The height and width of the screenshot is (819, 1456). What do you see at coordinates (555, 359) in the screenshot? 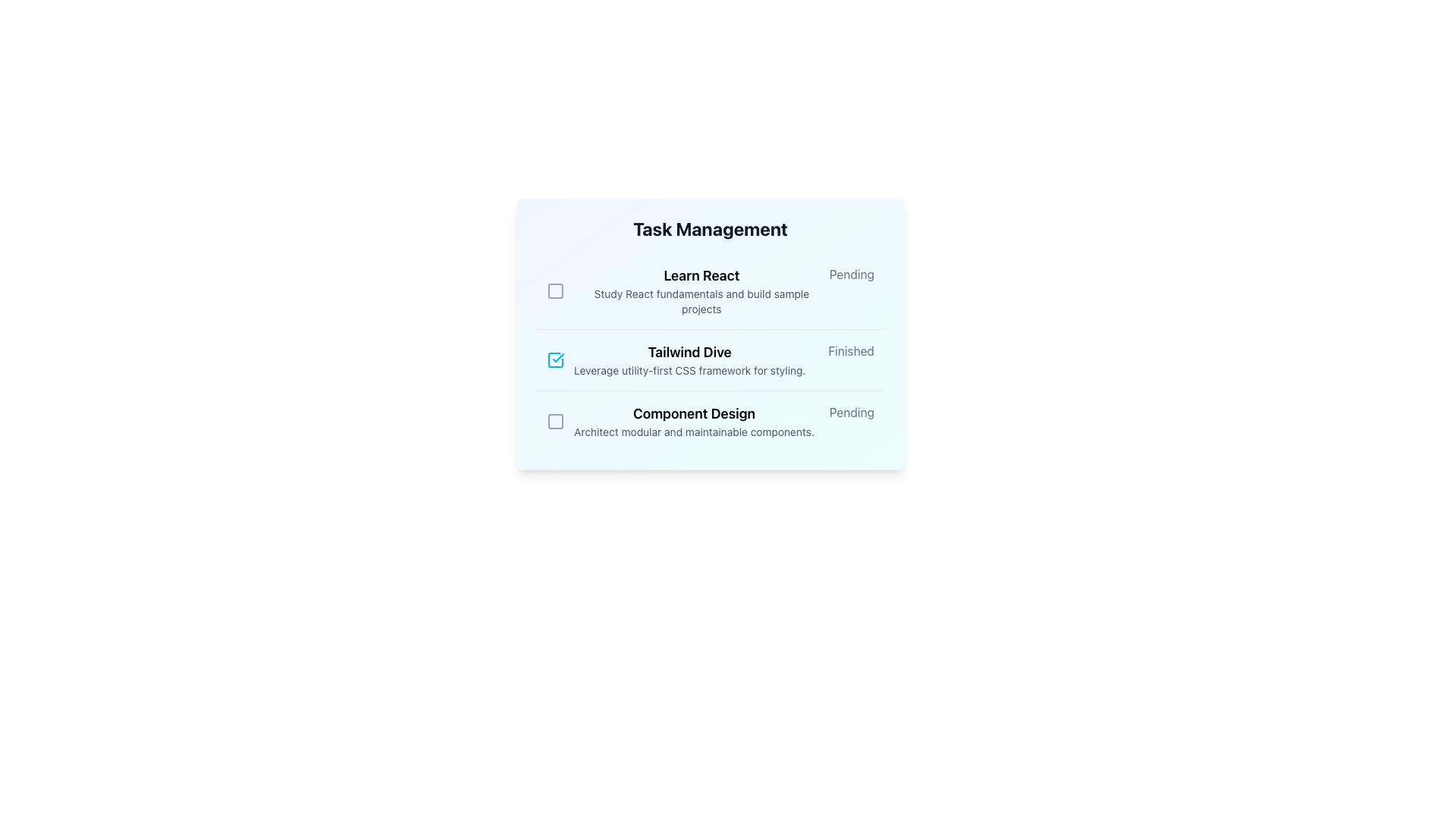
I see `the checkmark icon in a cyan-bordered square located to the left of the 'Tailwind Dive' title in the task management list` at bounding box center [555, 359].